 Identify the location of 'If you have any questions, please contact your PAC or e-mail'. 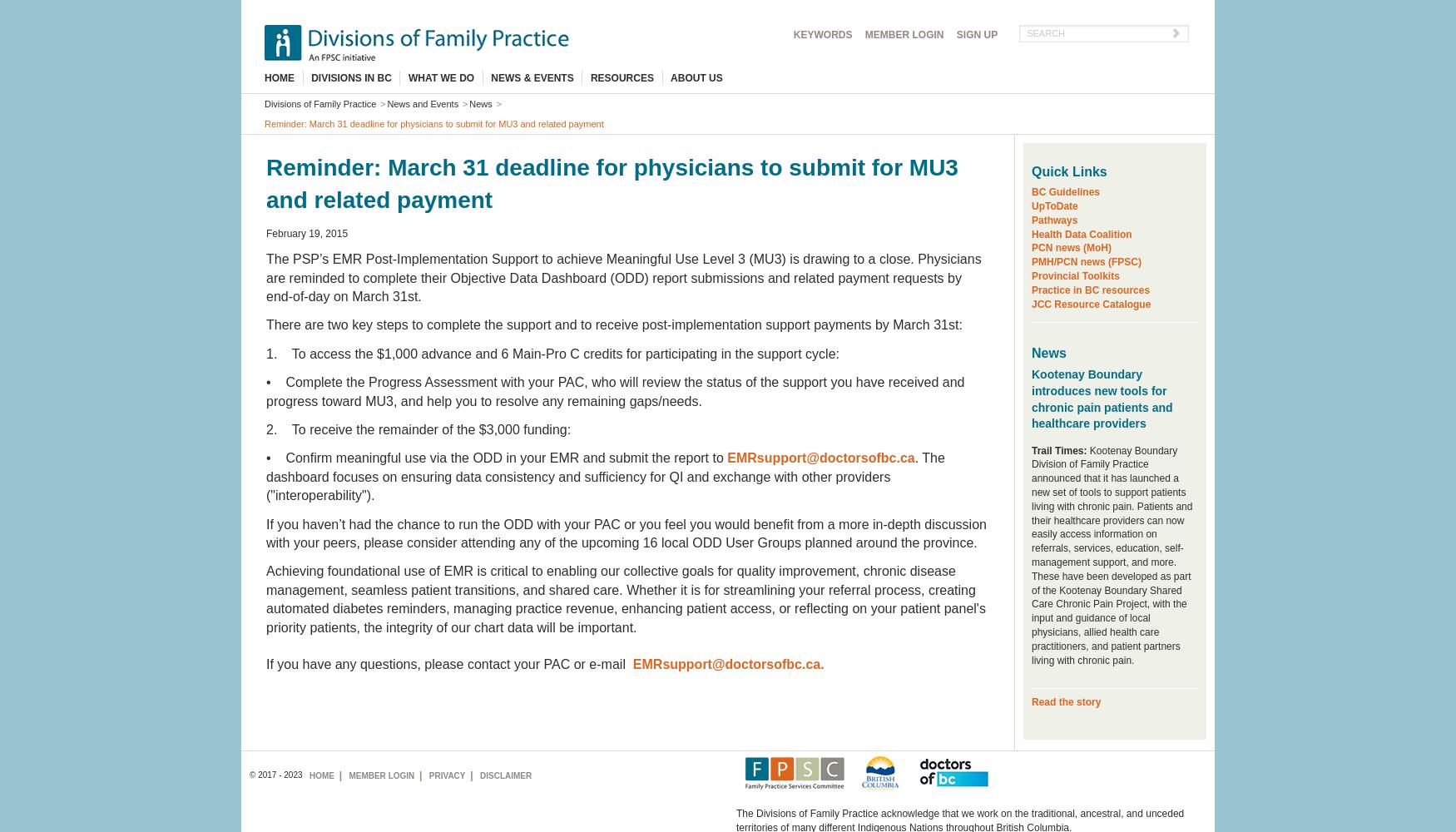
(448, 664).